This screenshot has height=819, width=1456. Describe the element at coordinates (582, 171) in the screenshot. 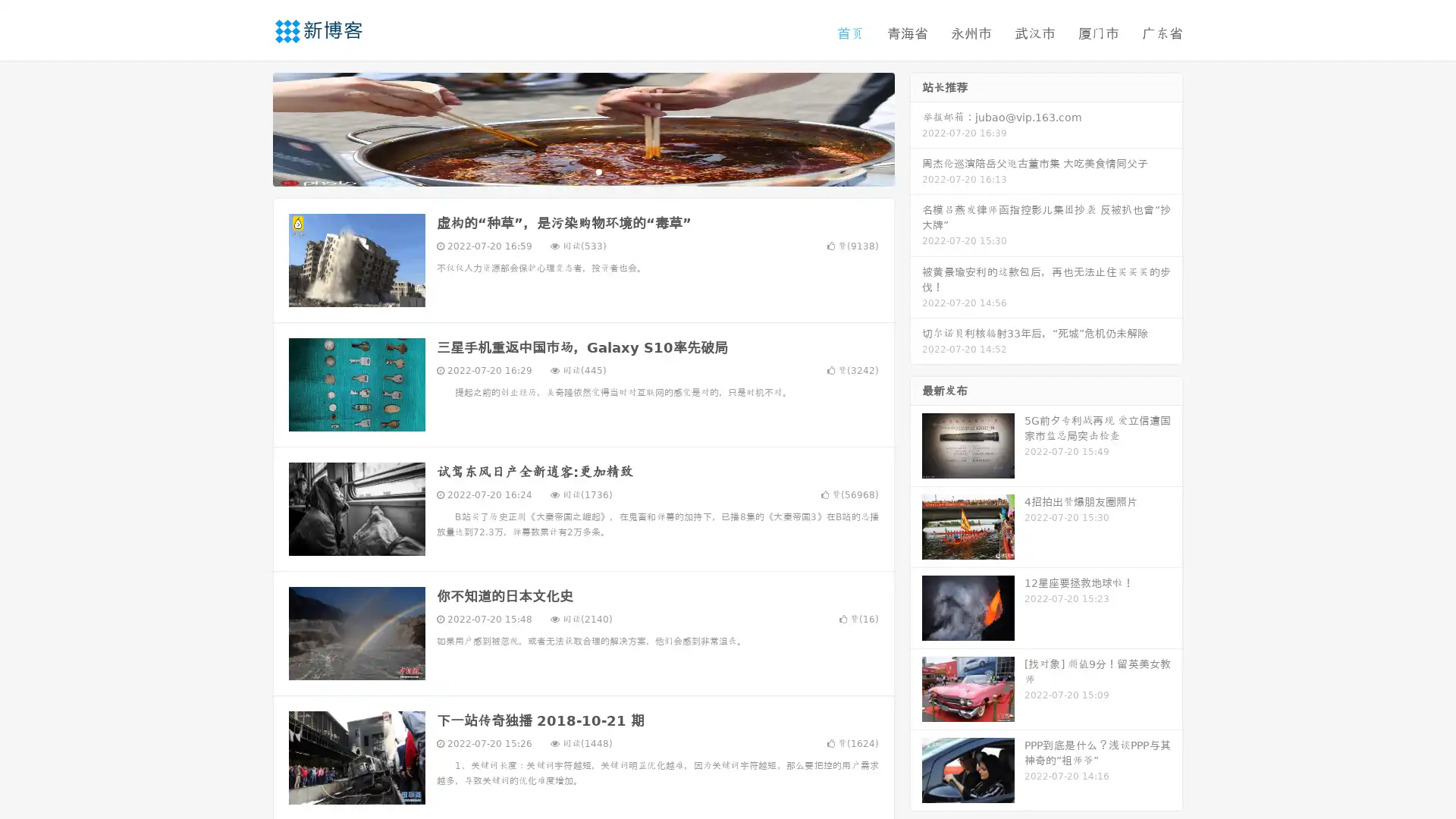

I see `Go to slide 2` at that location.